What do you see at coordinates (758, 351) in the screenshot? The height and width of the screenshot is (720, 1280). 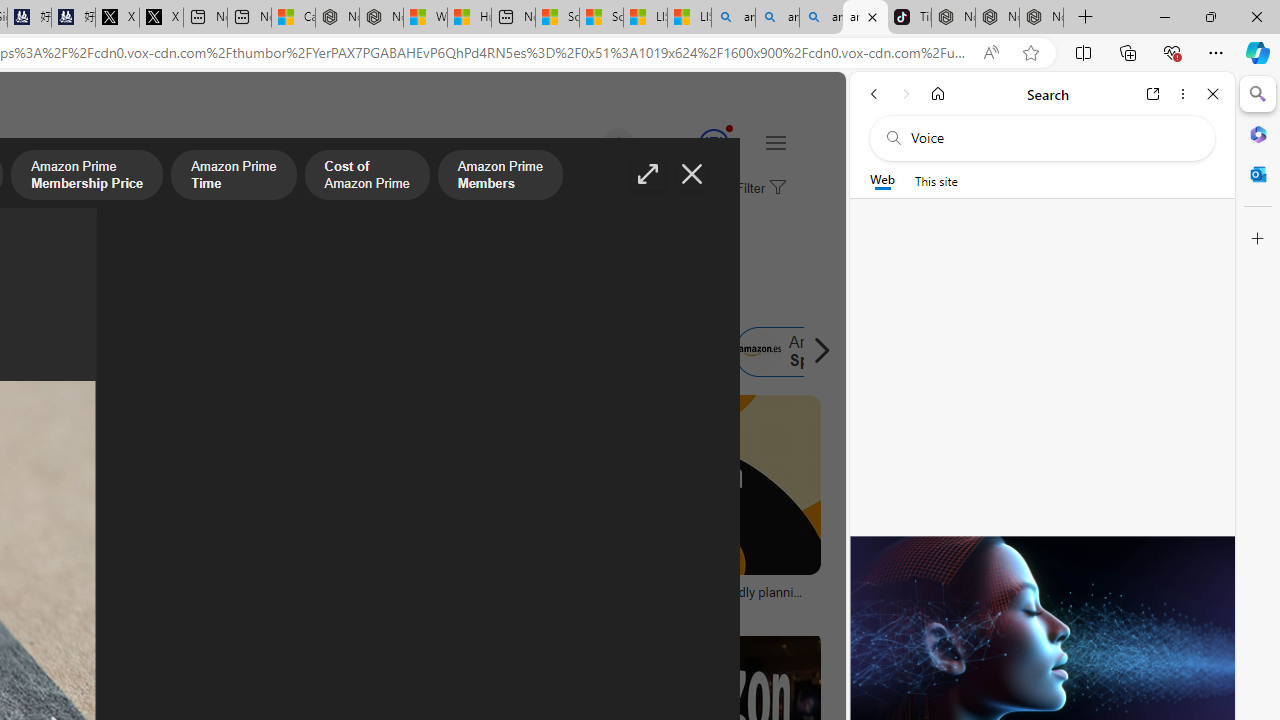 I see `'Amazon Spain'` at bounding box center [758, 351].